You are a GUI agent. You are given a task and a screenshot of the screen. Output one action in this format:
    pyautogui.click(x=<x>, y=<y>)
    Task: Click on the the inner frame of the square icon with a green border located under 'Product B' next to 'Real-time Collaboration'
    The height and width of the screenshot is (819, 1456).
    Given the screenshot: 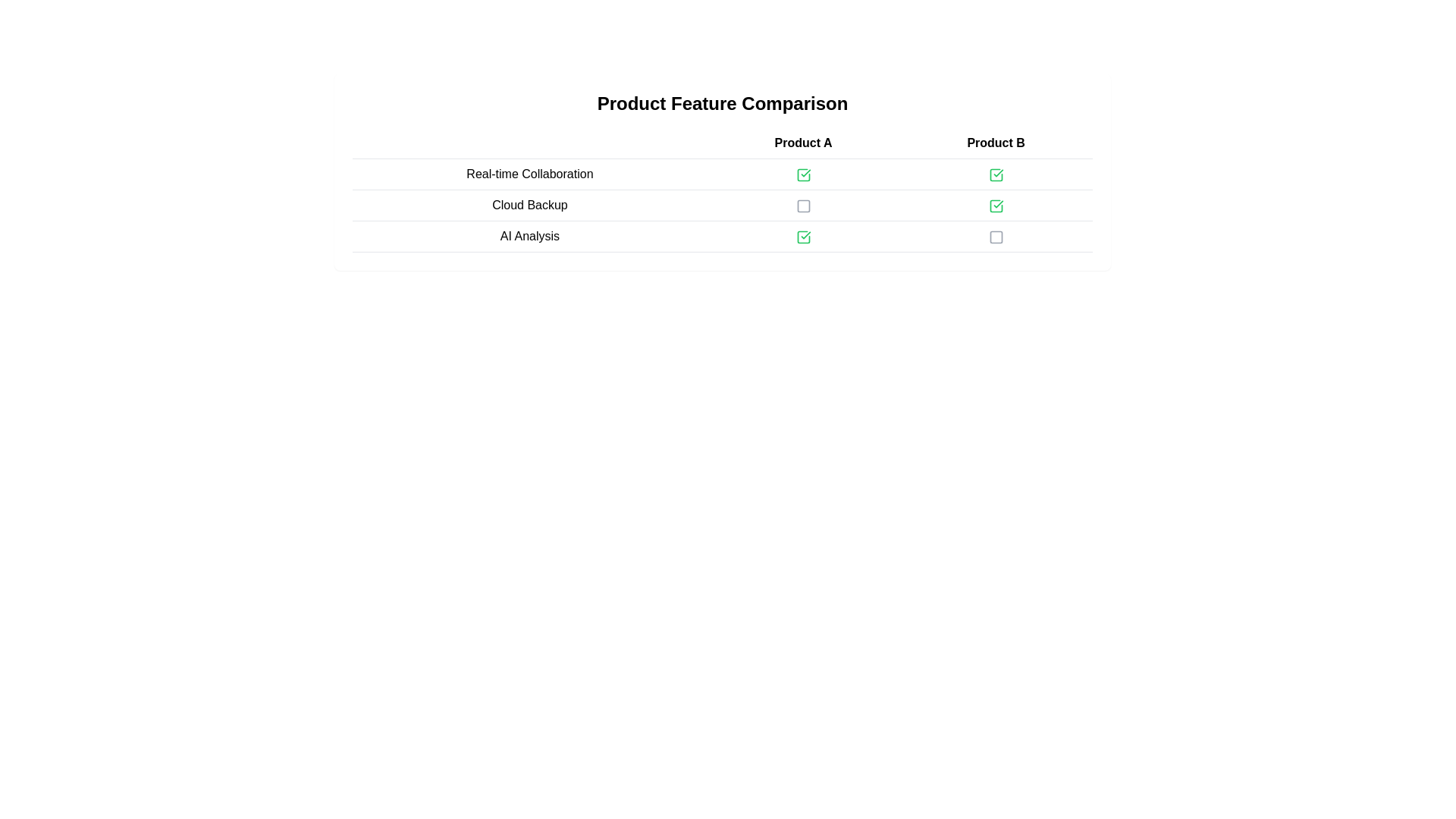 What is the action you would take?
    pyautogui.click(x=802, y=174)
    